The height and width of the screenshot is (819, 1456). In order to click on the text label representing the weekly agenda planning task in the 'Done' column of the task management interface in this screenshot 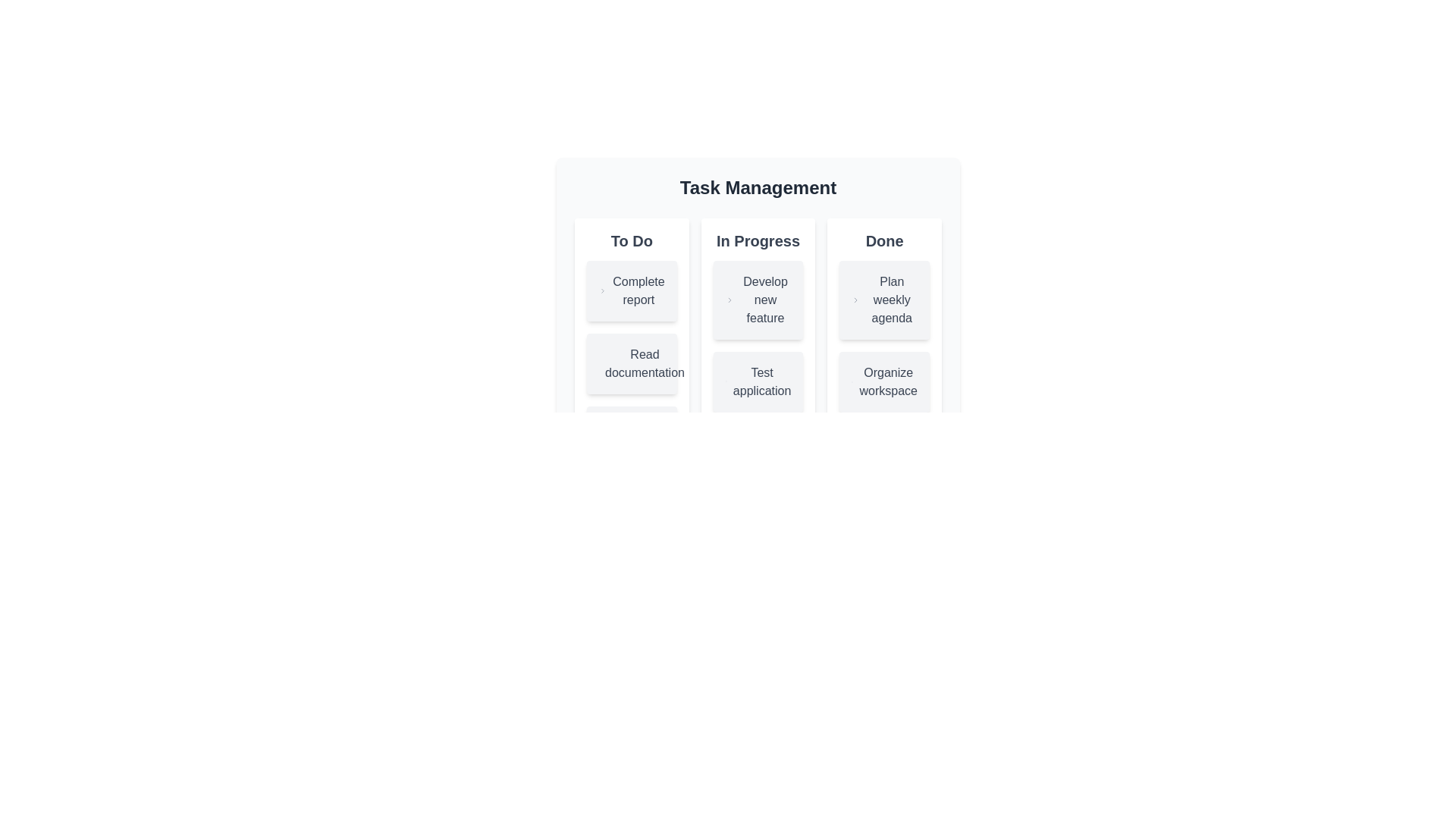, I will do `click(892, 300)`.